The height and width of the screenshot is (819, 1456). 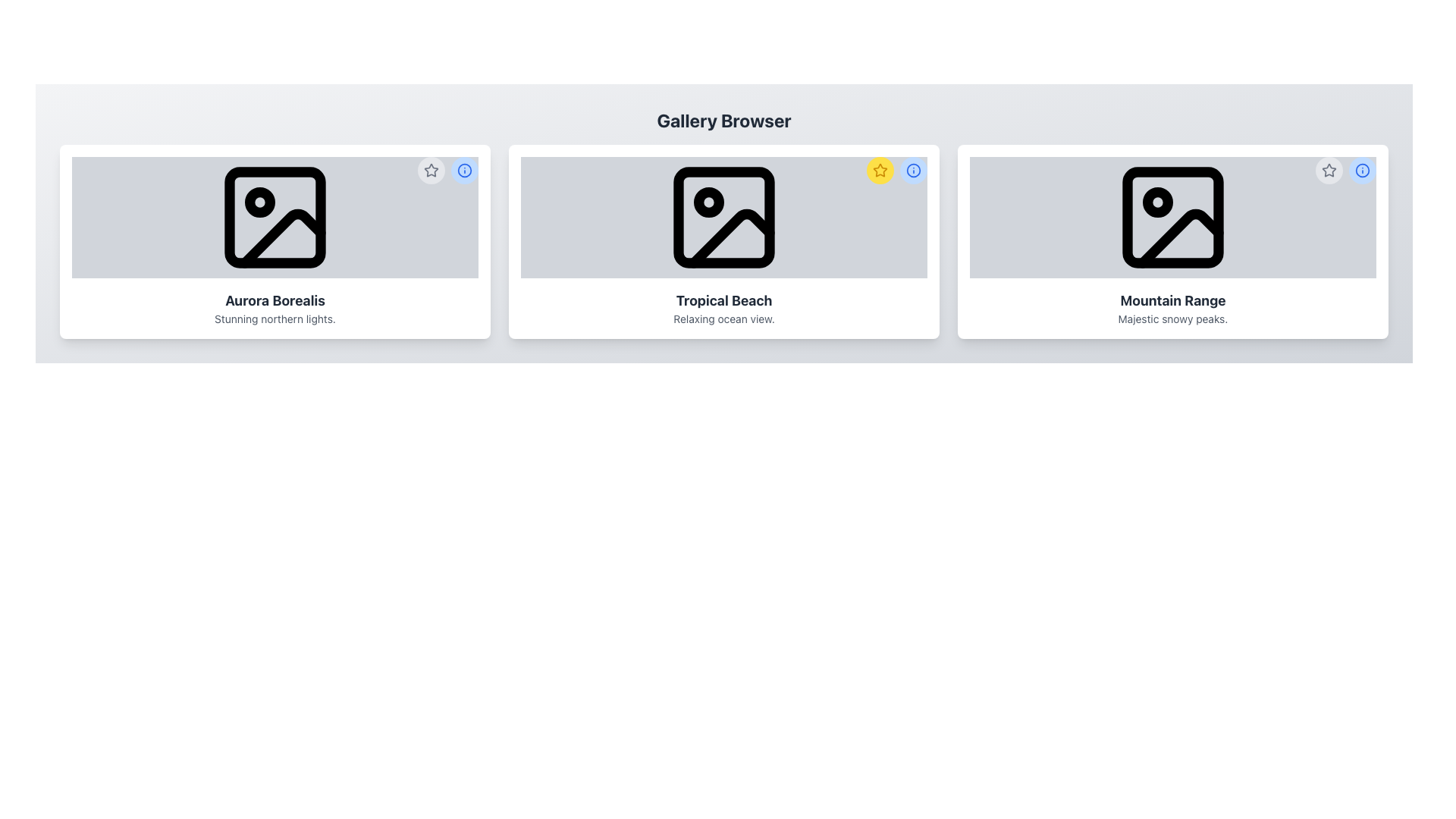 I want to click on the star button located in the top-right corner of the third card, so click(x=1328, y=170).